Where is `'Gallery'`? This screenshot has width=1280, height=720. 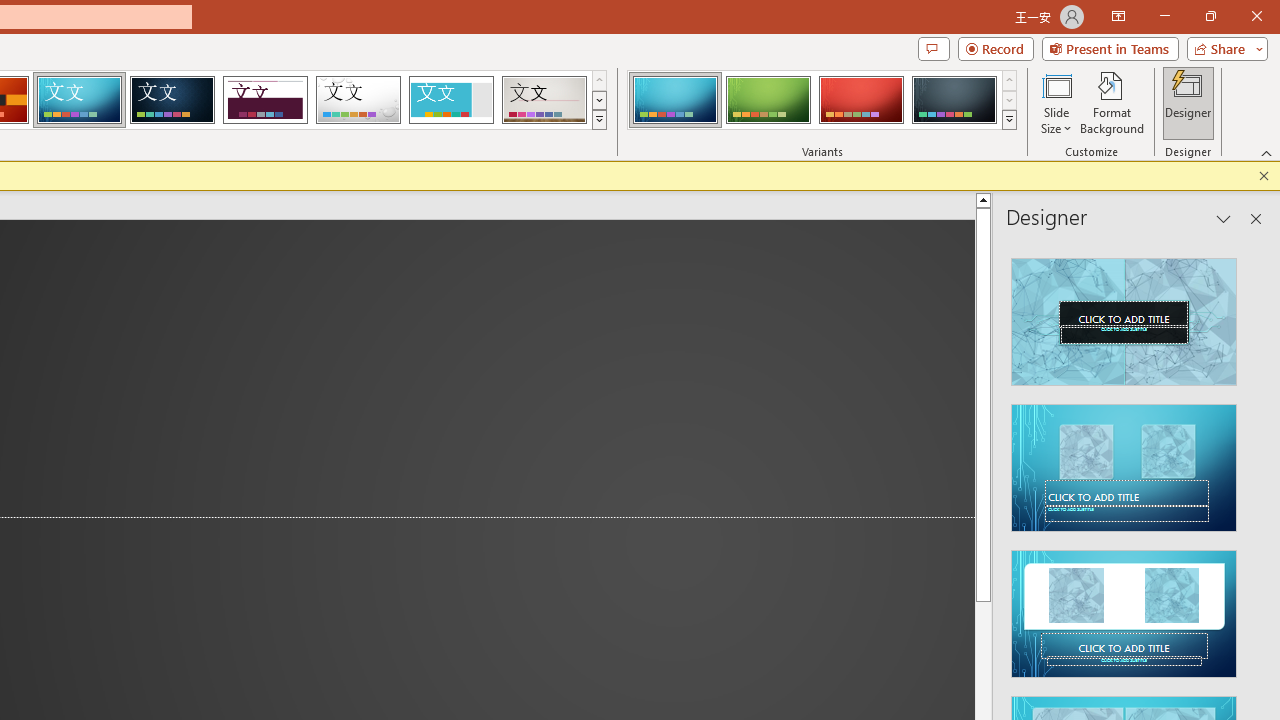
'Gallery' is located at coordinates (544, 100).